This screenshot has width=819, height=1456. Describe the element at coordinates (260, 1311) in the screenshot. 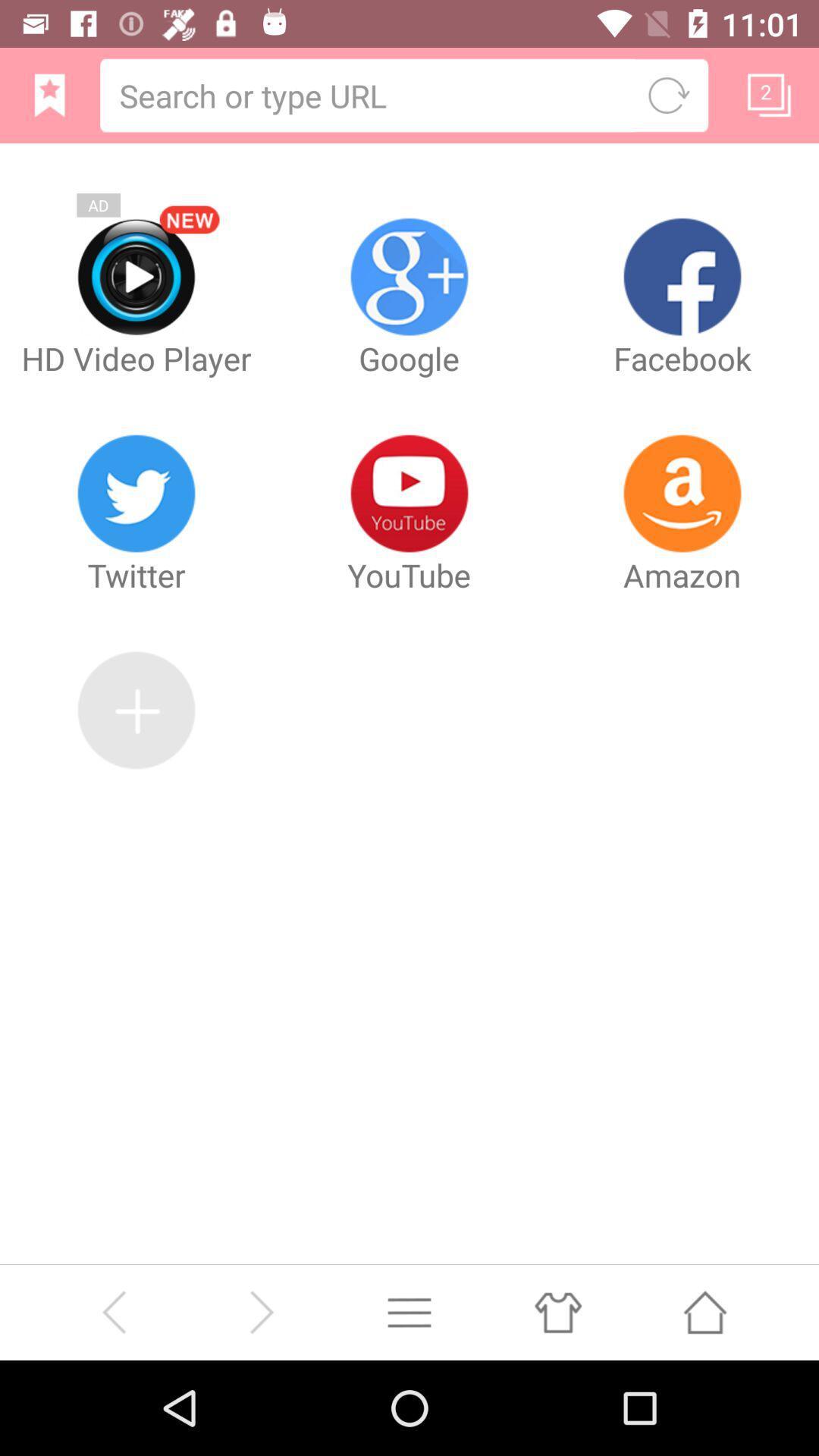

I see `next page` at that location.